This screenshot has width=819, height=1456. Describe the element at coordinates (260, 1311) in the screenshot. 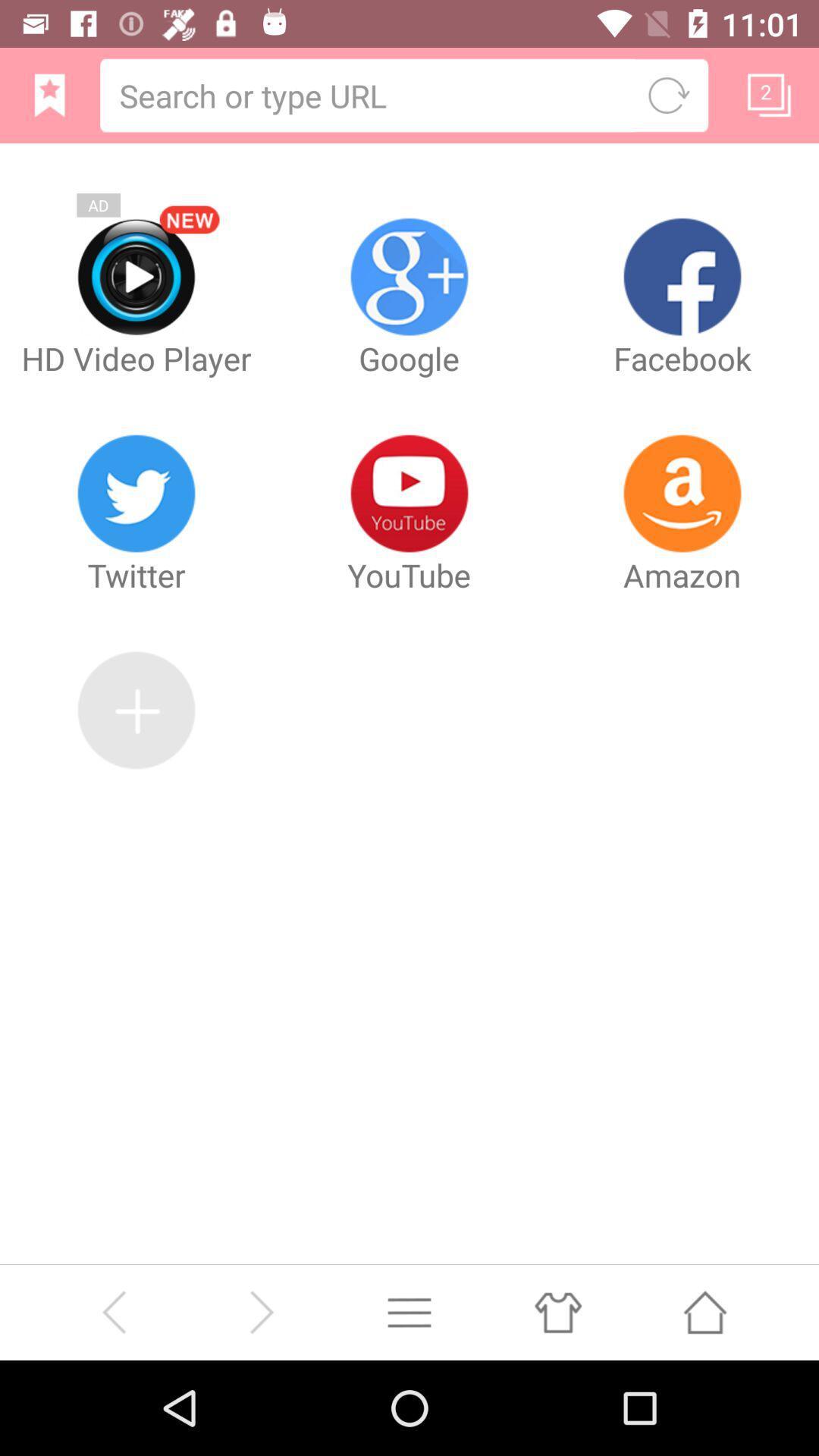

I see `next page` at that location.